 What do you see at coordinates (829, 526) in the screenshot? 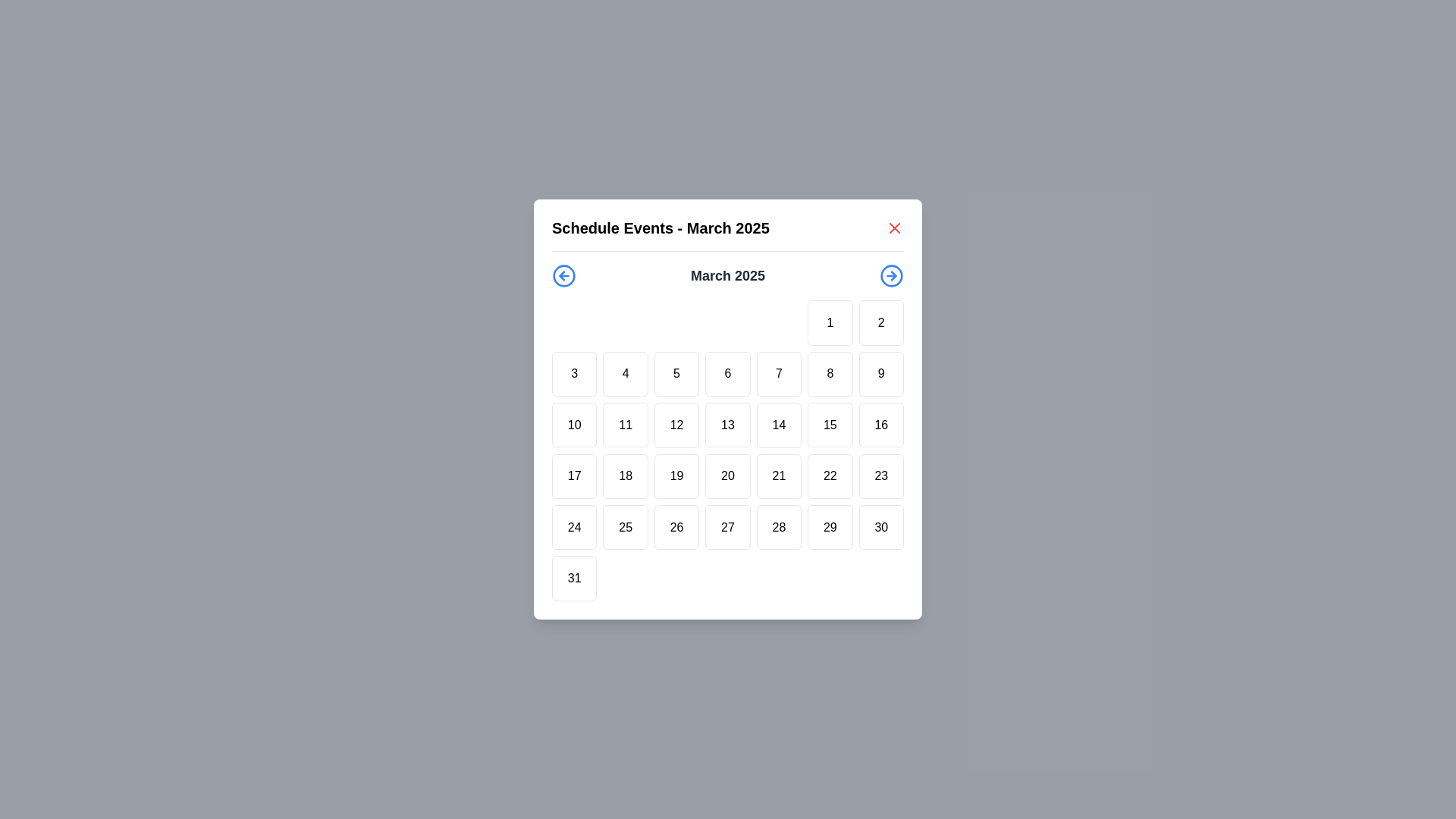
I see `the square-shaped button with the number '29' in a bold font, located in the last row, sixth column of the March 2025 calendar grid, to observe the hover effect` at bounding box center [829, 526].